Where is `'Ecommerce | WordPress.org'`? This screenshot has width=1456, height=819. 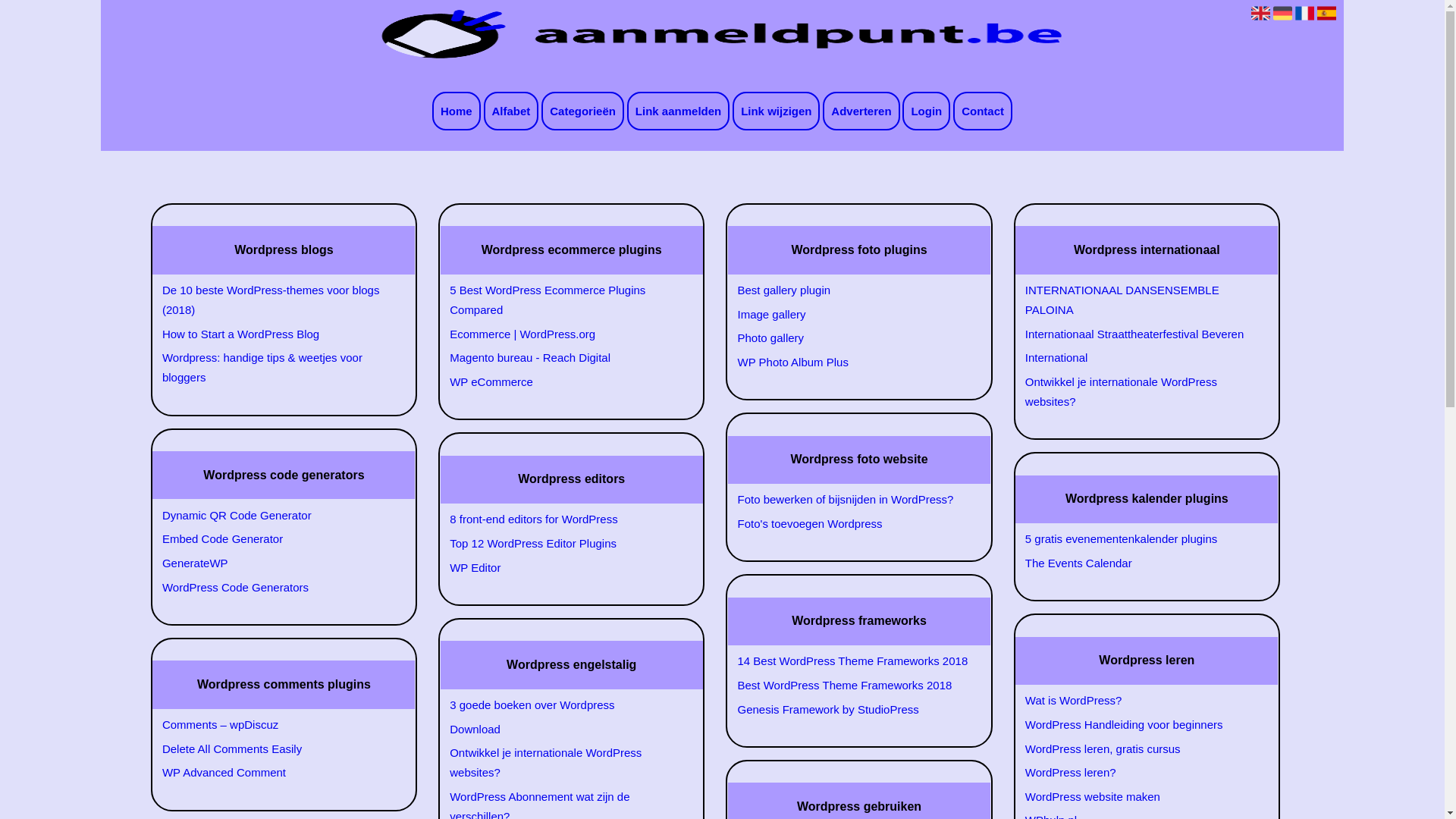 'Ecommerce | WordPress.org' is located at coordinates (562, 333).